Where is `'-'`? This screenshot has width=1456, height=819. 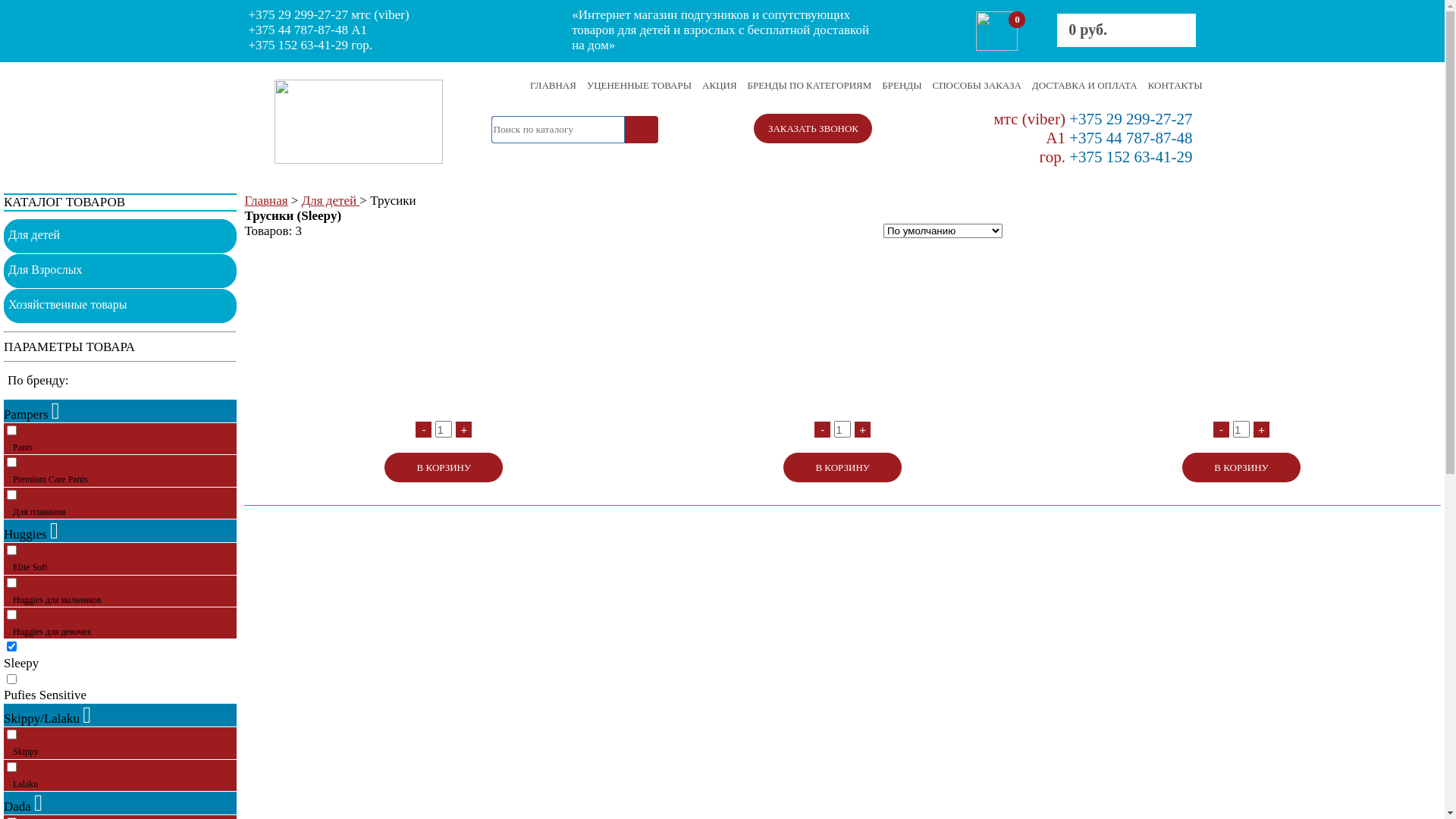 '-' is located at coordinates (1221, 429).